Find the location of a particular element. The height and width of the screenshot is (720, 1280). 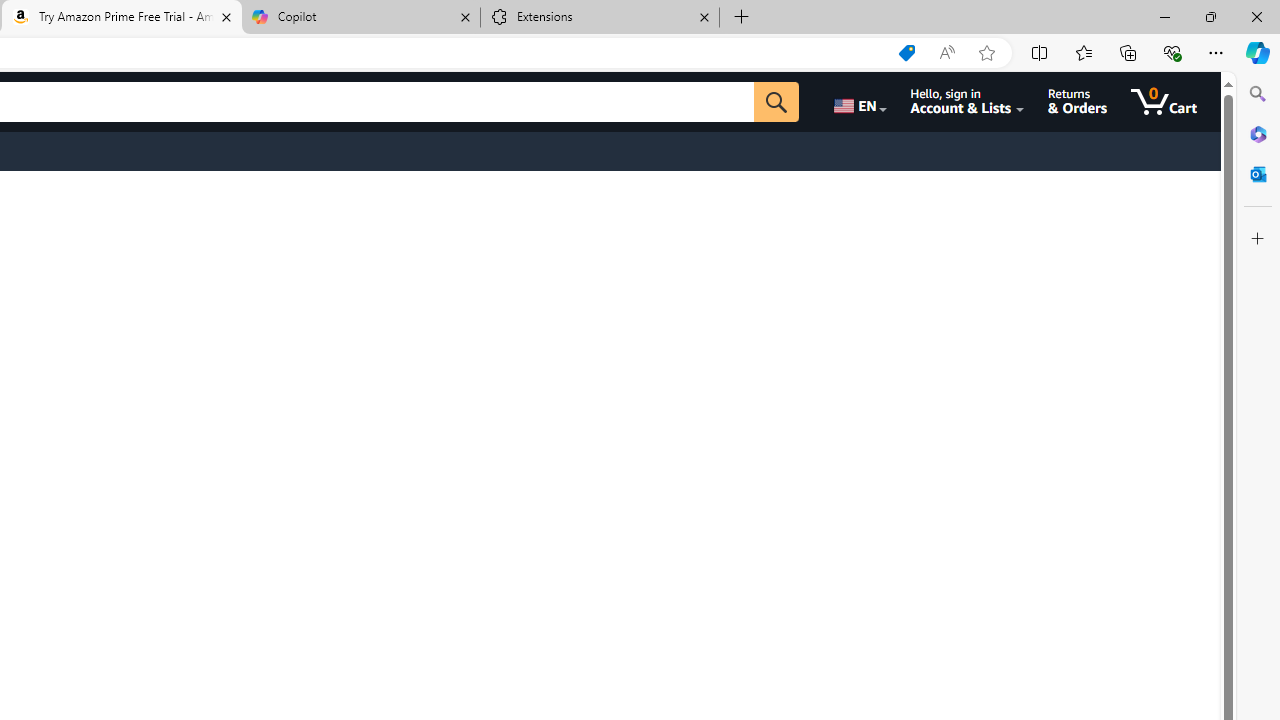

'Returns & Orders' is located at coordinates (1076, 101).